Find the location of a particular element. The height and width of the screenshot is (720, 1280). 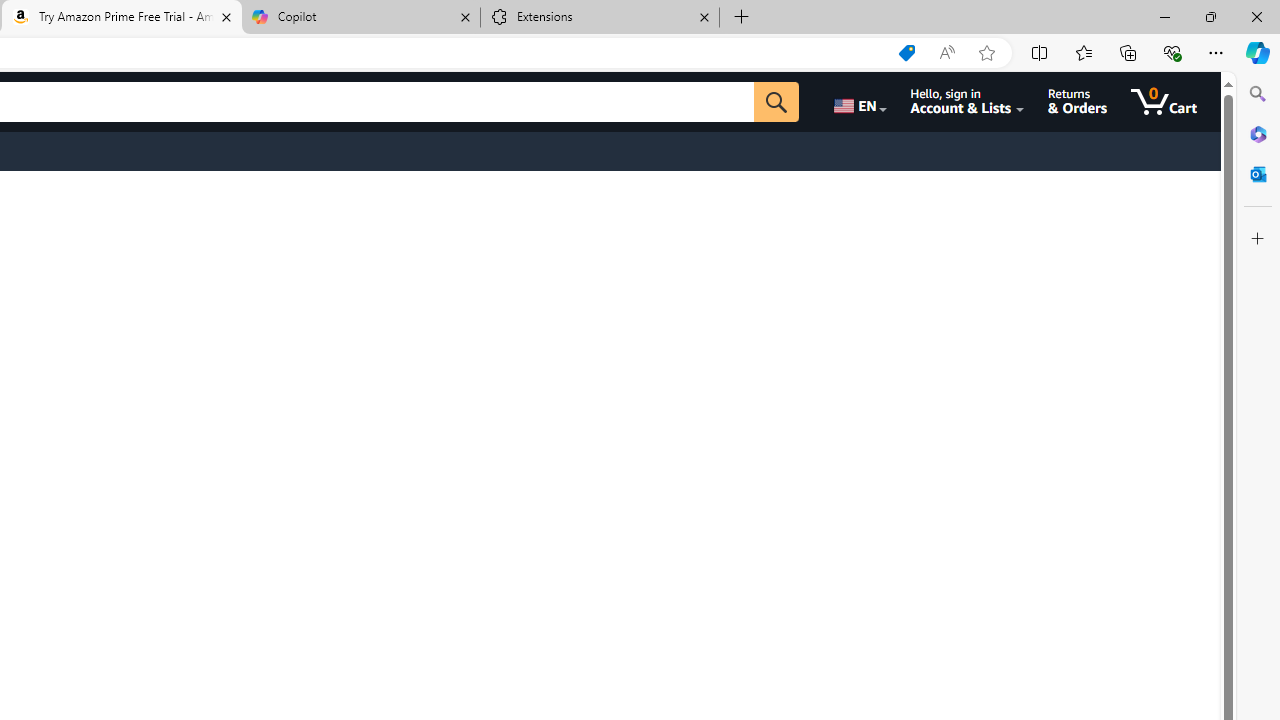

'Returns & Orders' is located at coordinates (1076, 101).